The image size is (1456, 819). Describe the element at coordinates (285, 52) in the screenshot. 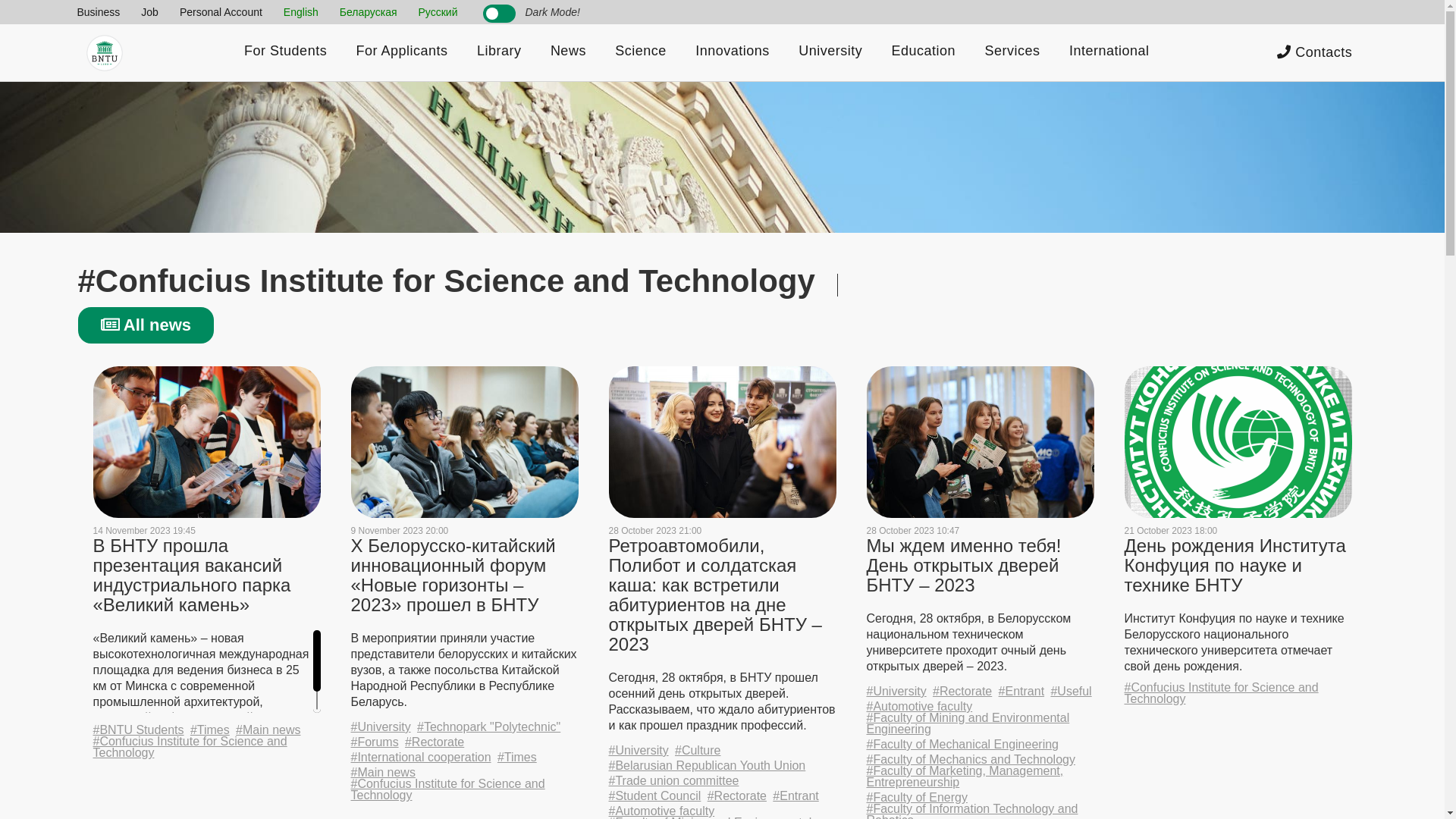

I see `'For Students'` at that location.